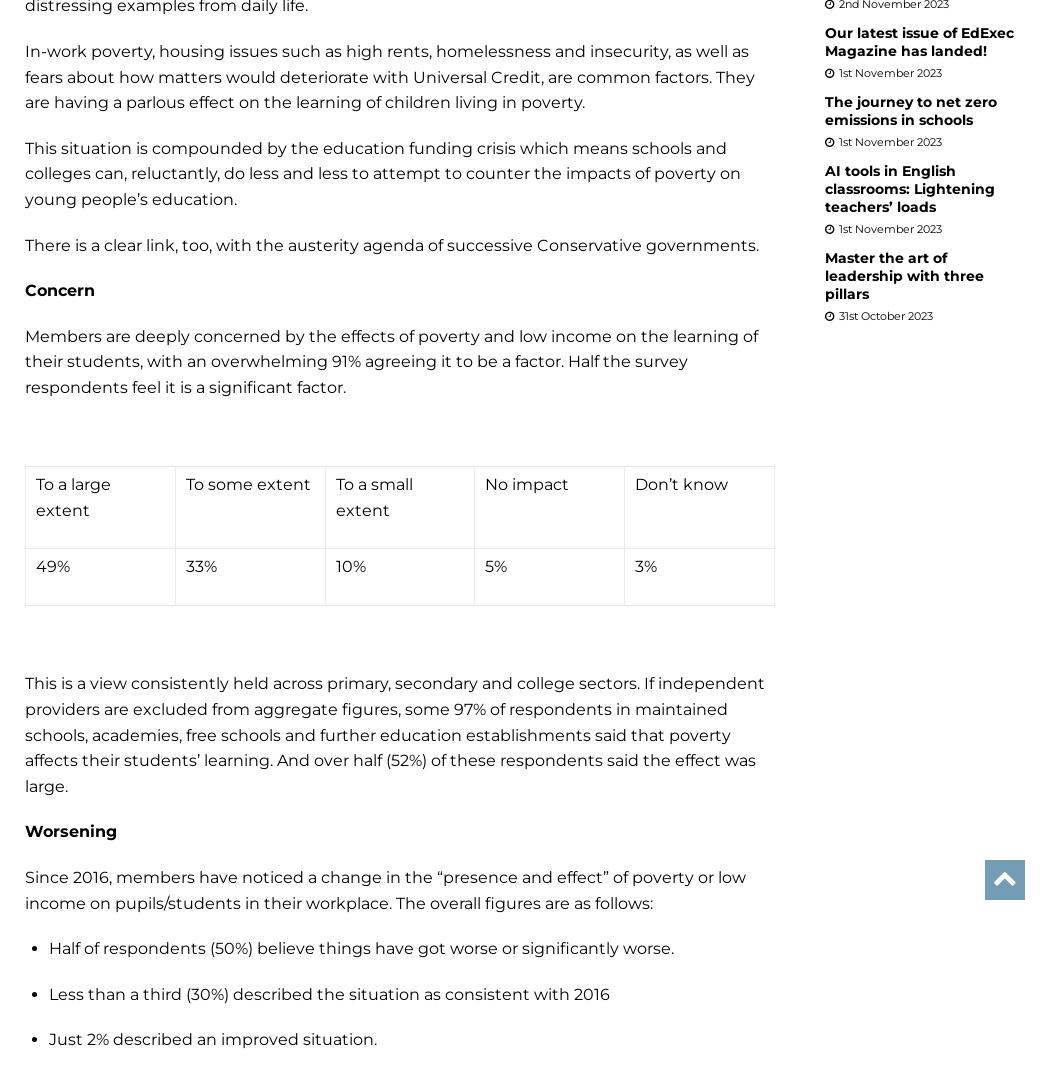 The height and width of the screenshot is (1075, 1050). What do you see at coordinates (823, 39) in the screenshot?
I see `'Our latest issue of EdExec Magazine has landed!'` at bounding box center [823, 39].